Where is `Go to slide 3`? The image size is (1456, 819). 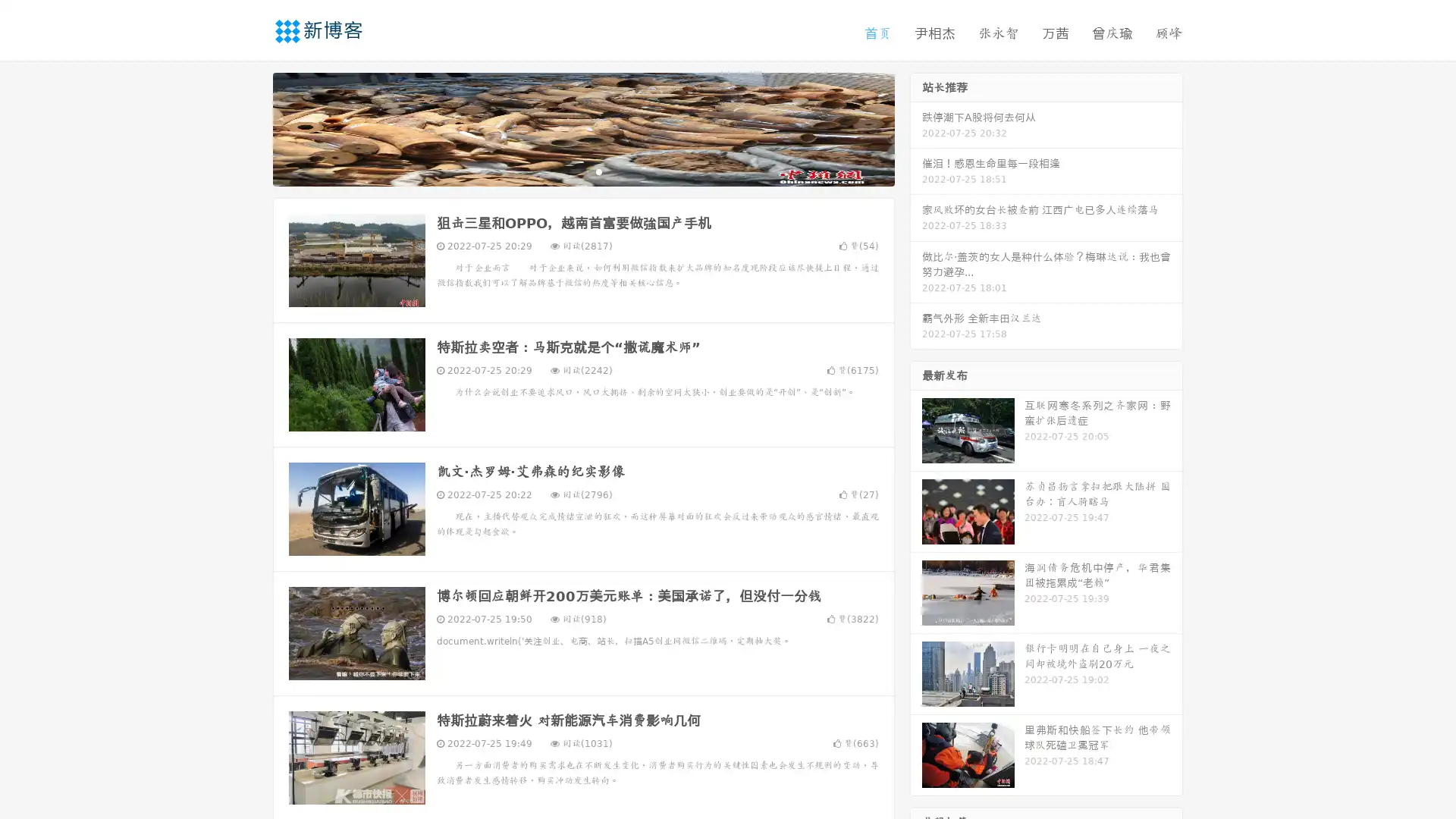
Go to slide 3 is located at coordinates (598, 171).